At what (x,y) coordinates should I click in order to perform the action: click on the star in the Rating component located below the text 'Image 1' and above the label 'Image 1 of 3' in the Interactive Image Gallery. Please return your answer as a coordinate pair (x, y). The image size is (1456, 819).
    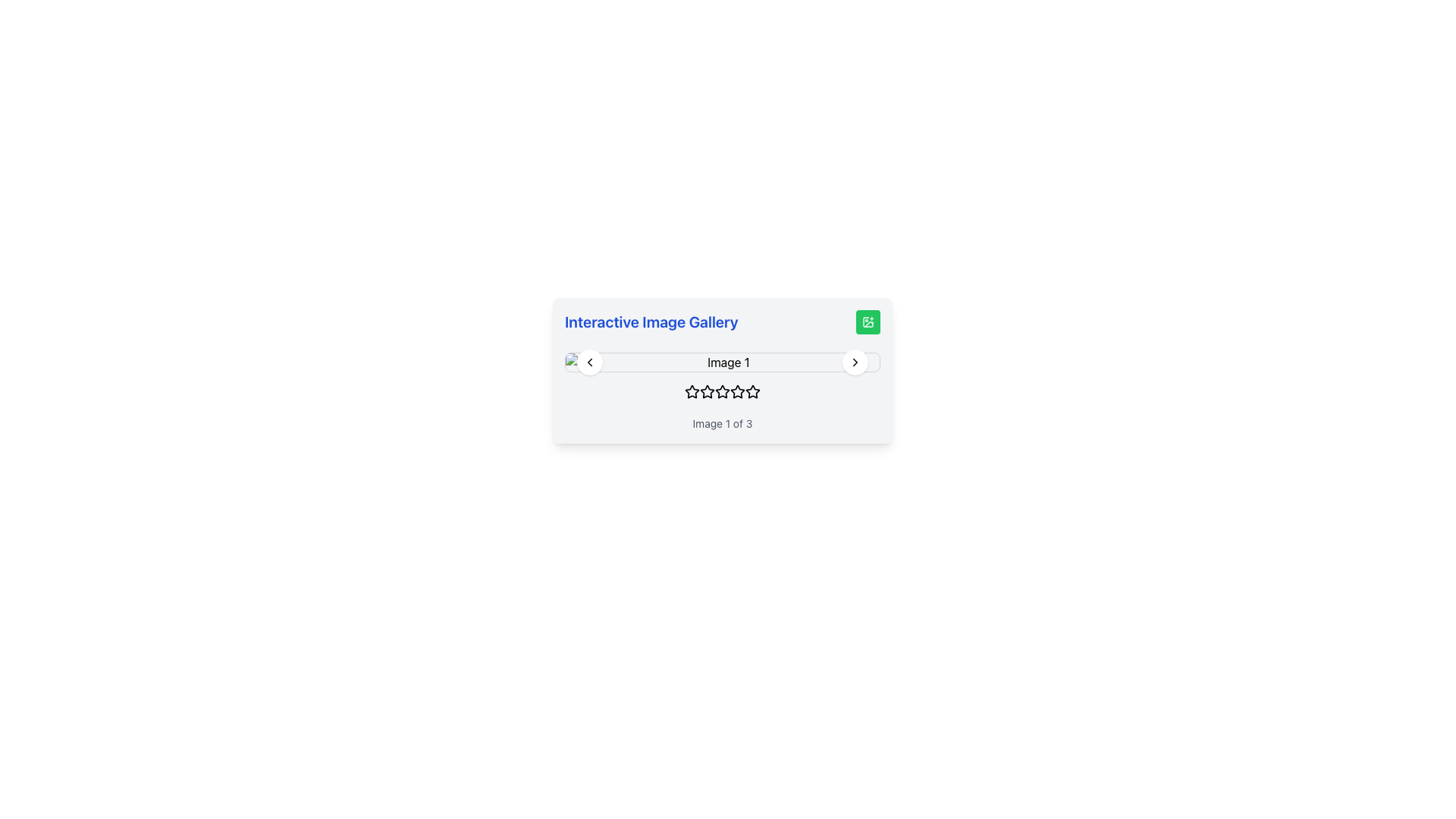
    Looking at the image, I should click on (722, 394).